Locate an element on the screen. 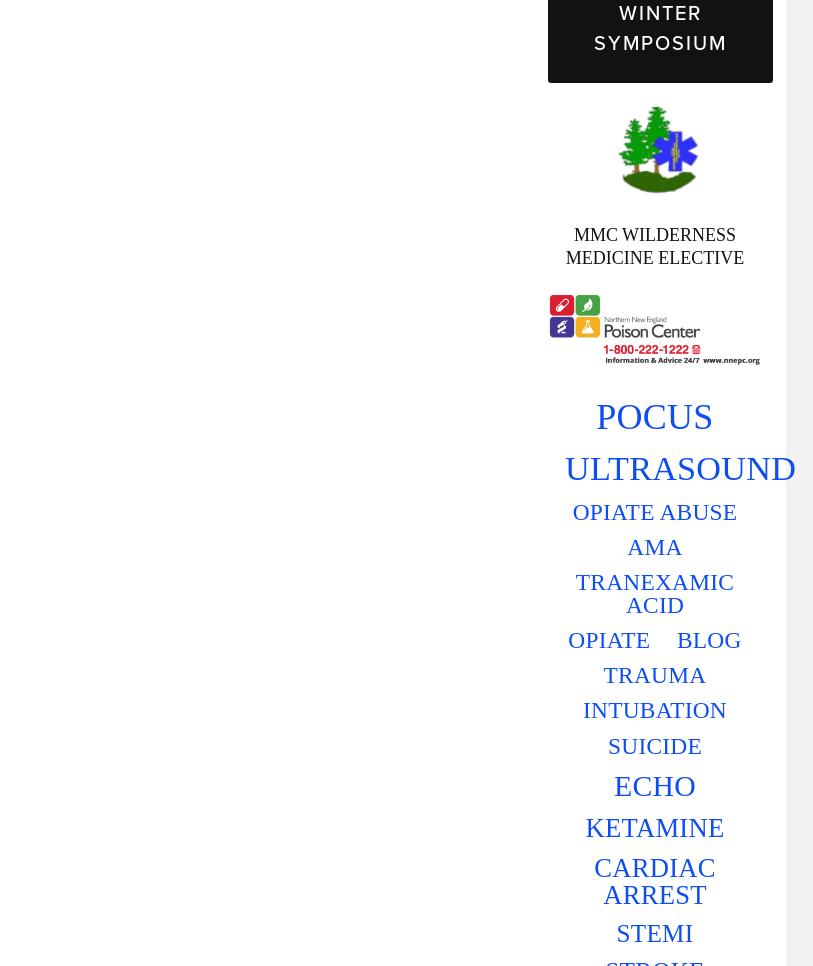  'AMA' is located at coordinates (626, 545).